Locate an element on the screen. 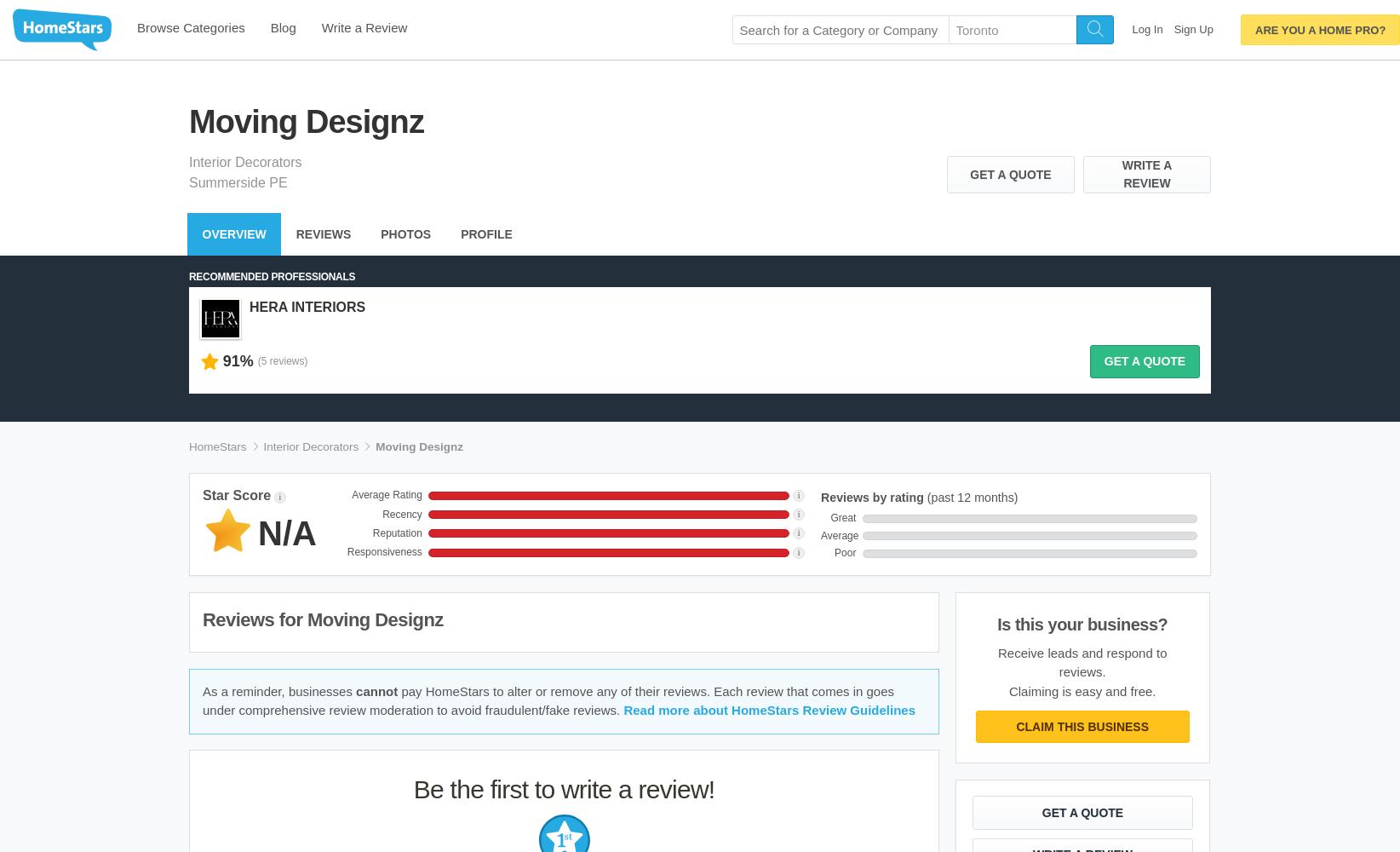 The width and height of the screenshot is (1400, 852). 'Browse Categories' is located at coordinates (191, 27).